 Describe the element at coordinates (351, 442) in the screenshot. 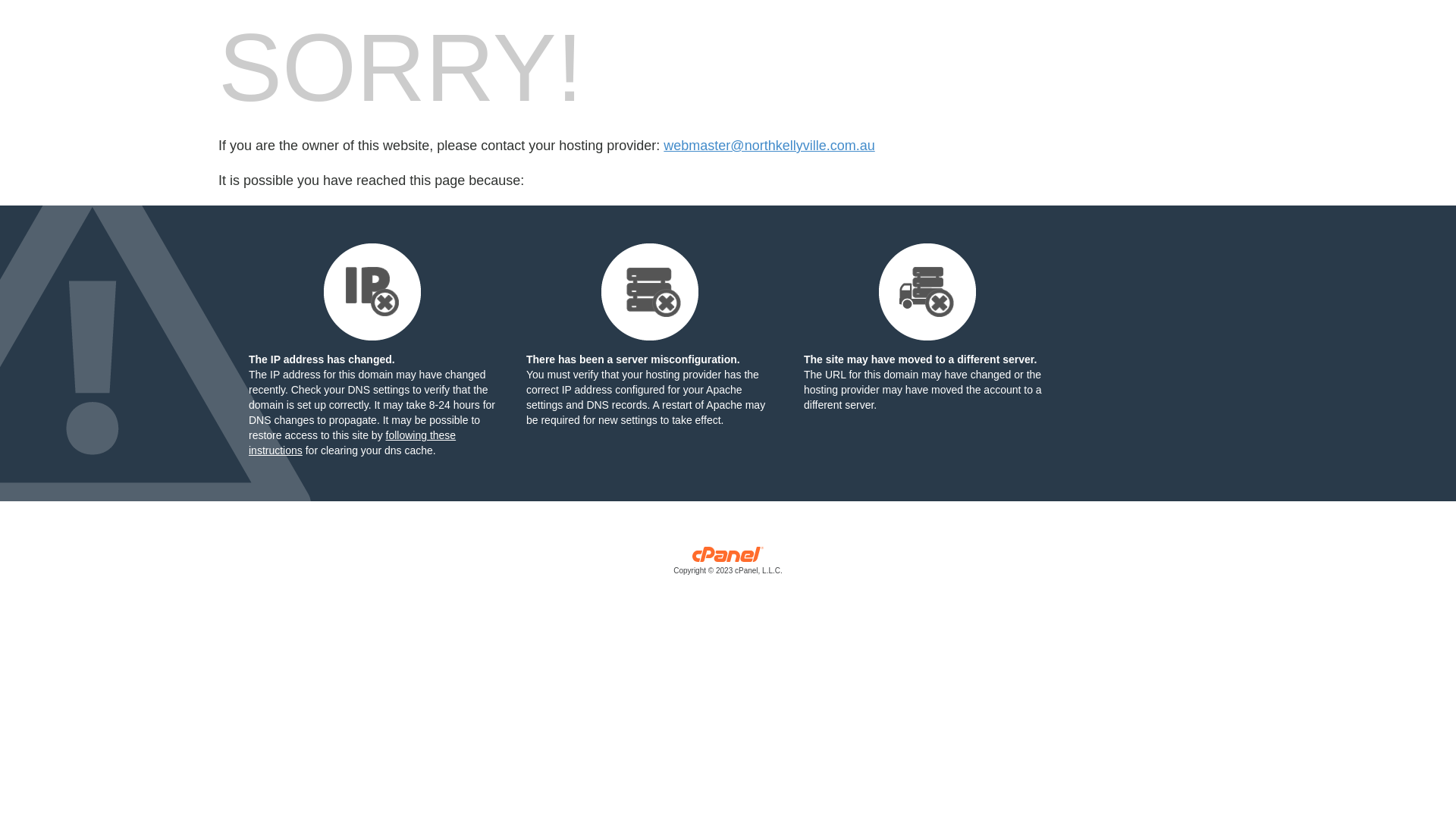

I see `'following these instructions'` at that location.